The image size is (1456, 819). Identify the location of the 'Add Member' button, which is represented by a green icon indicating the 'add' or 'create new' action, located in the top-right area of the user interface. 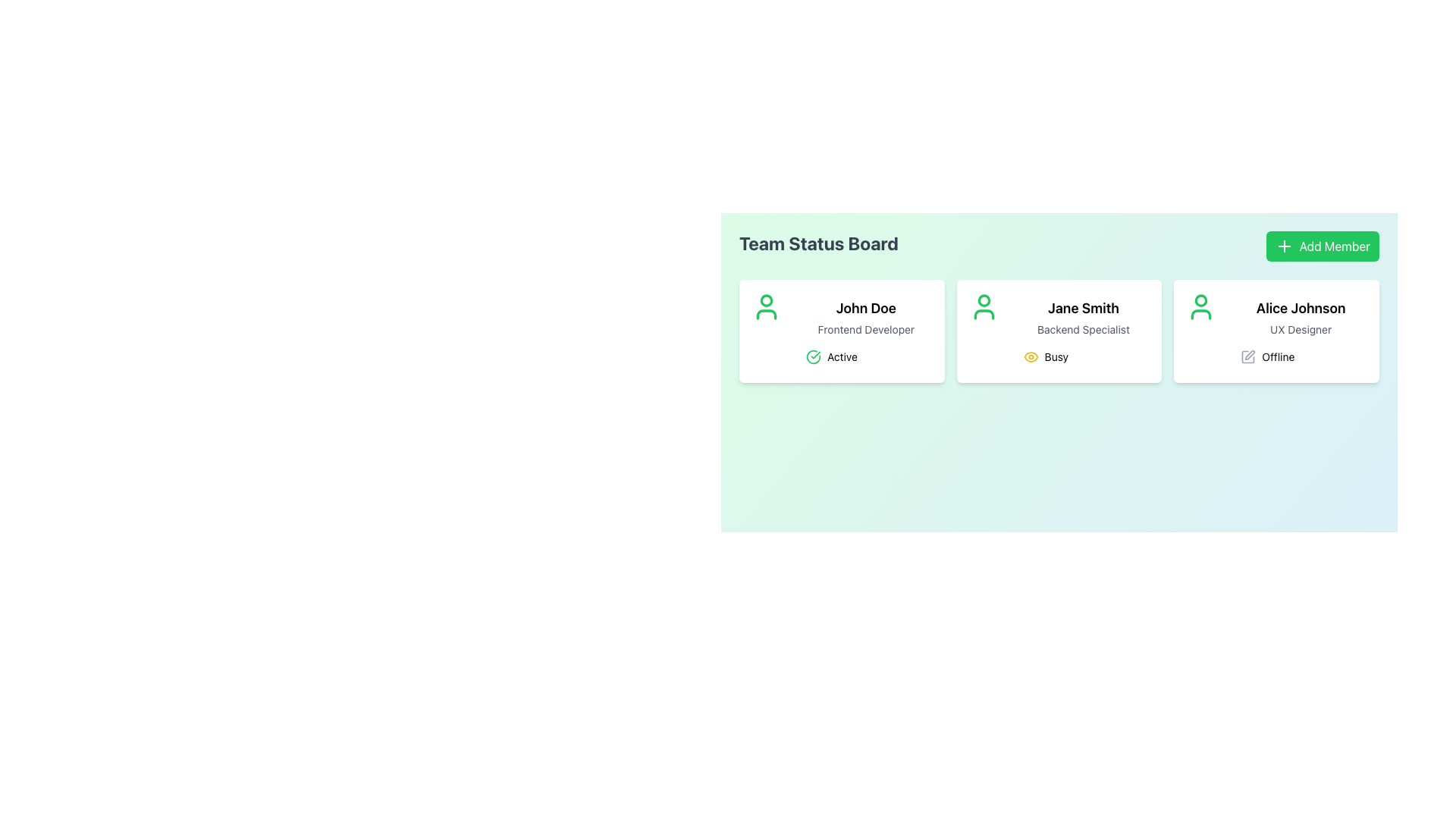
(1283, 245).